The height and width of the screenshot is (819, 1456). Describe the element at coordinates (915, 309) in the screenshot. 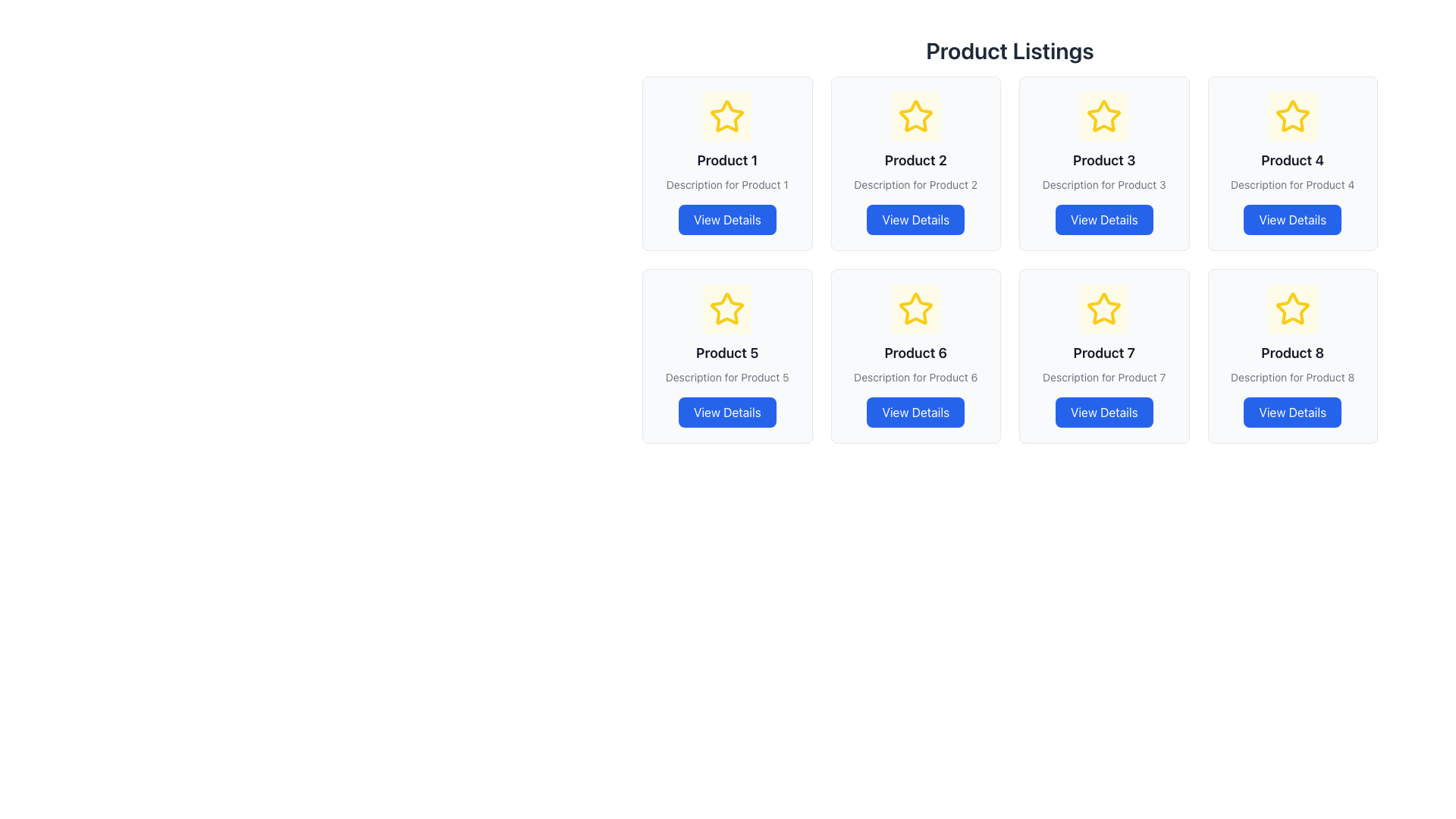

I see `the star icon located at the center top area of the card labeled 'Product 6', which denotes significance or categorization` at that location.